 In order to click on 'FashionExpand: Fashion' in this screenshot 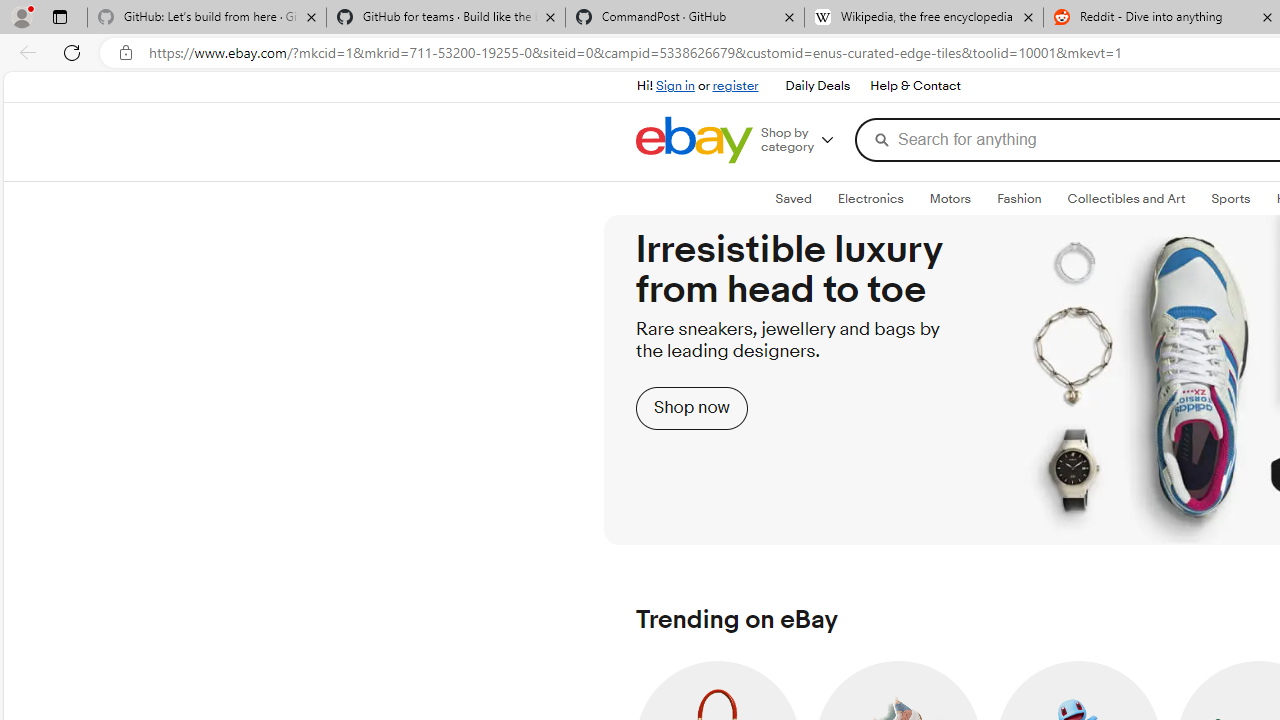, I will do `click(1019, 199)`.